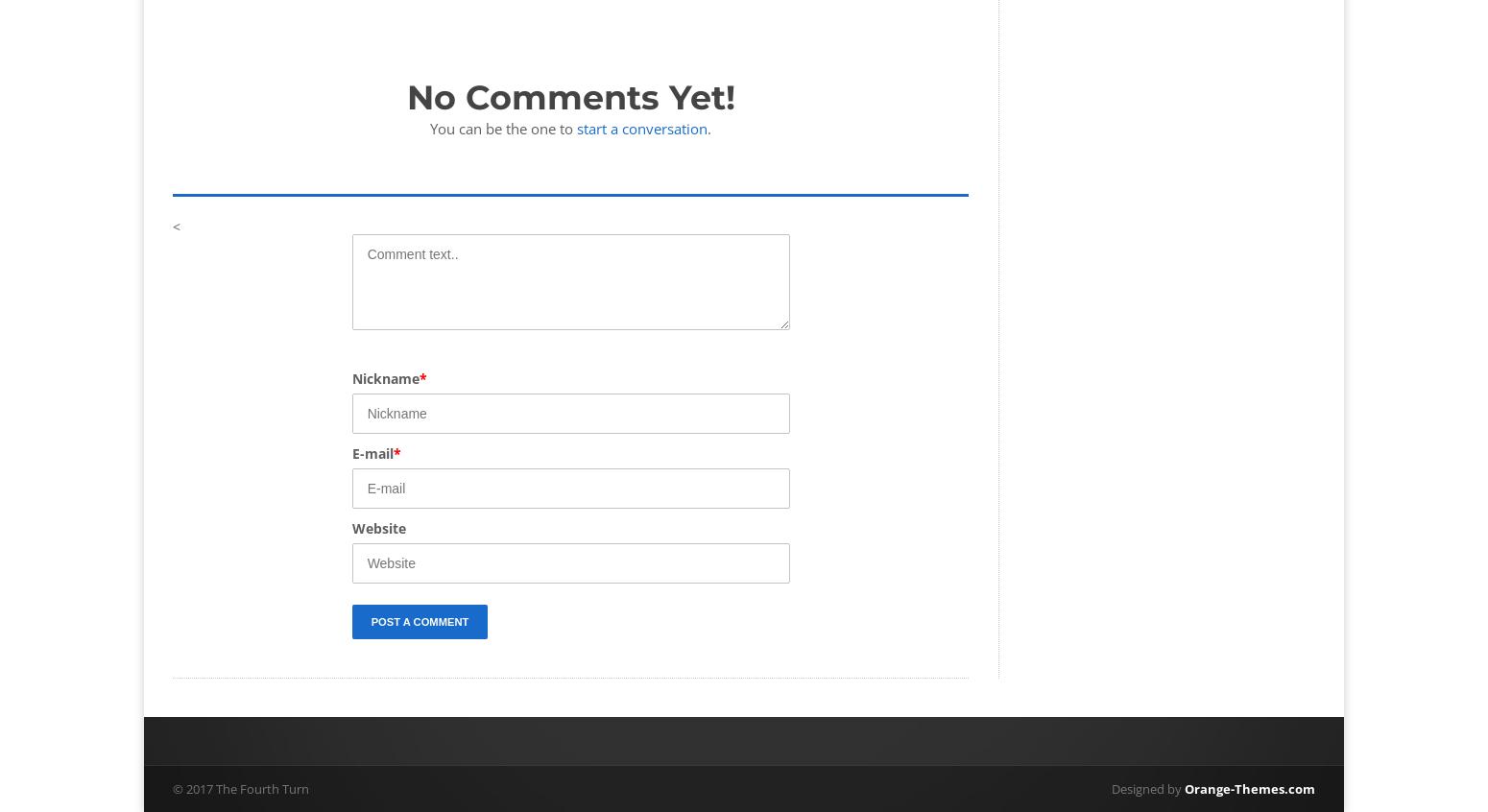  Describe the element at coordinates (708, 129) in the screenshot. I see `'.'` at that location.